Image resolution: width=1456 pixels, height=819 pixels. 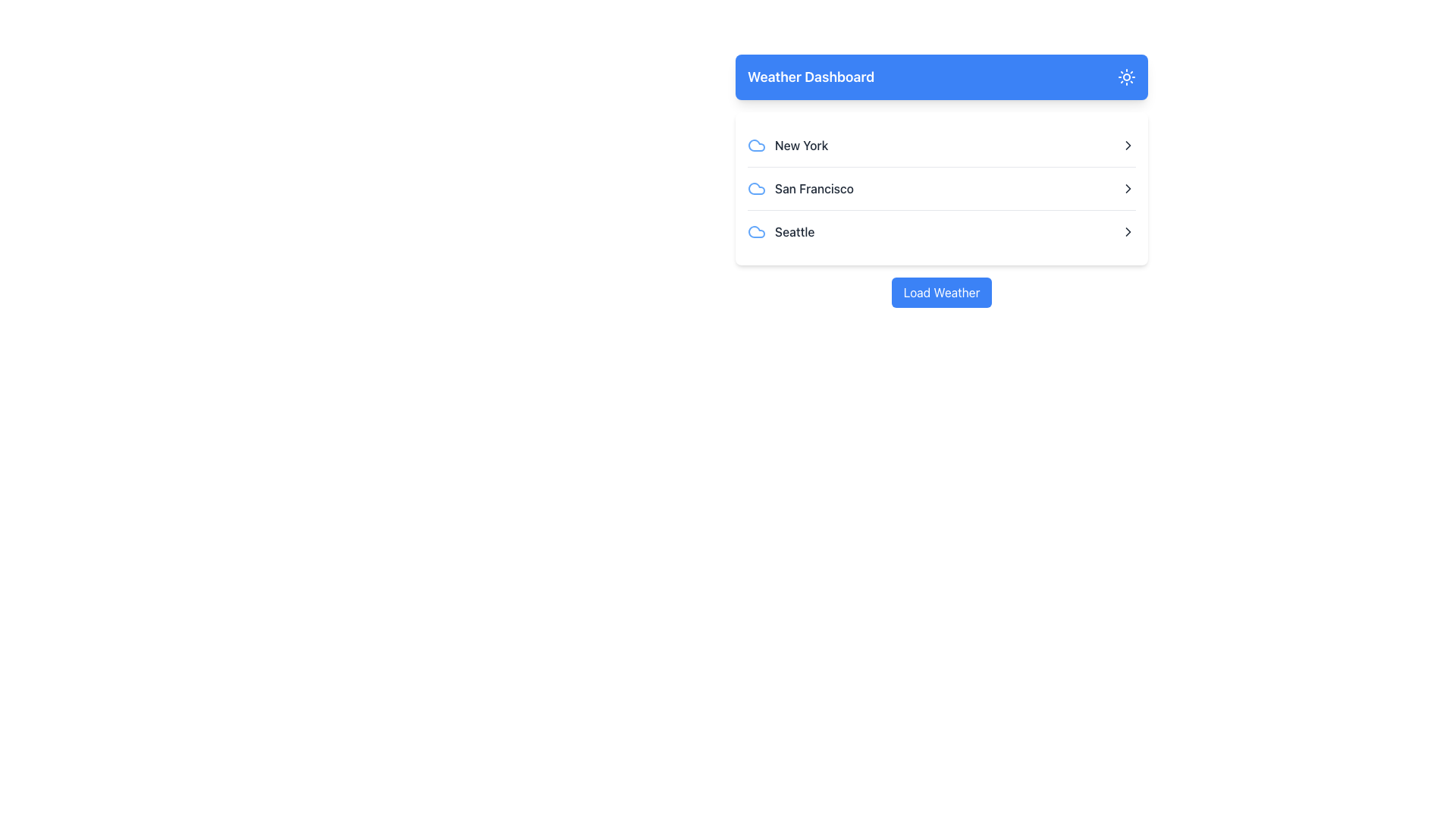 I want to click on to select the 'San Francisco' city entry in the weather-related list under the 'Weather Dashboard', so click(x=941, y=180).